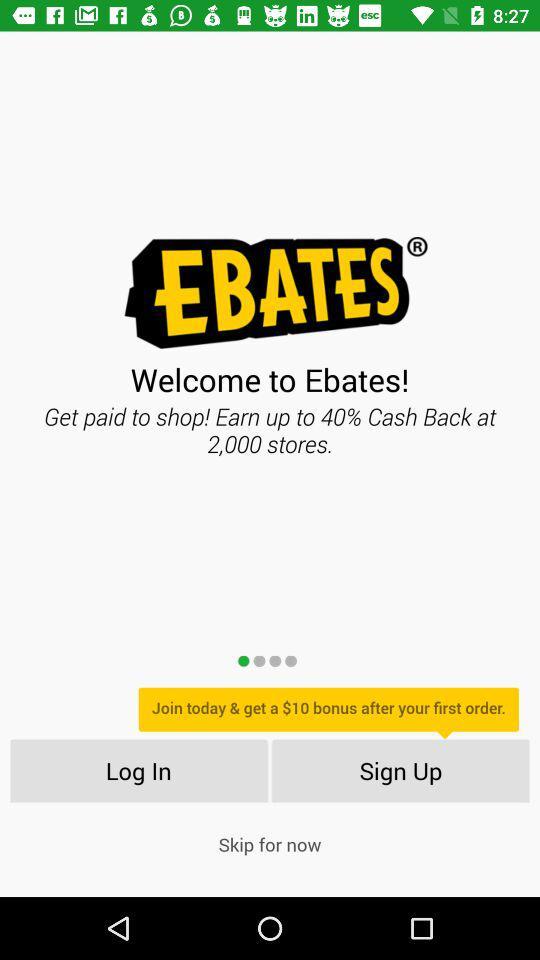 This screenshot has width=540, height=960. I want to click on the skip for now, so click(270, 843).